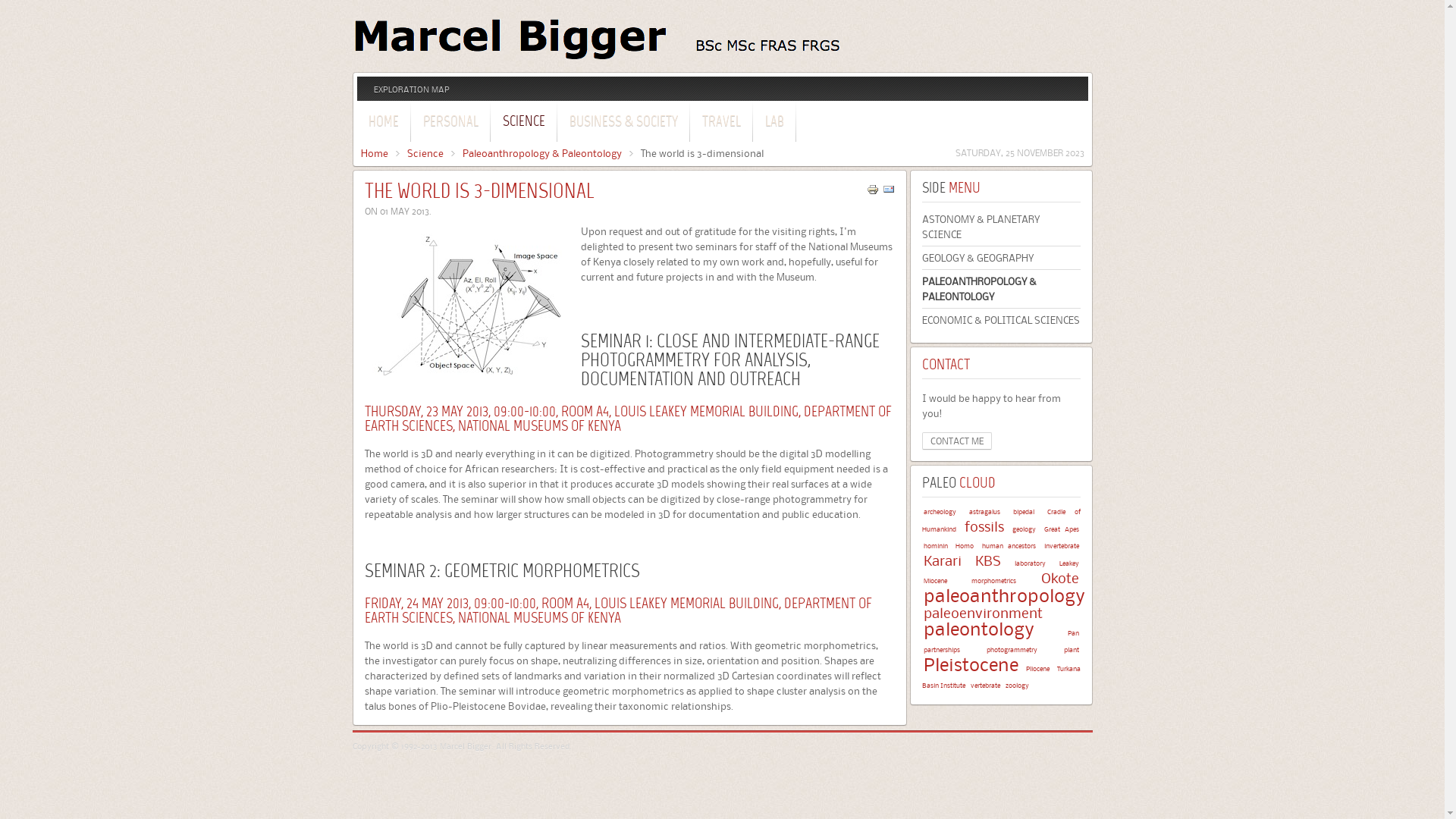  I want to click on 'Miocene', so click(934, 580).